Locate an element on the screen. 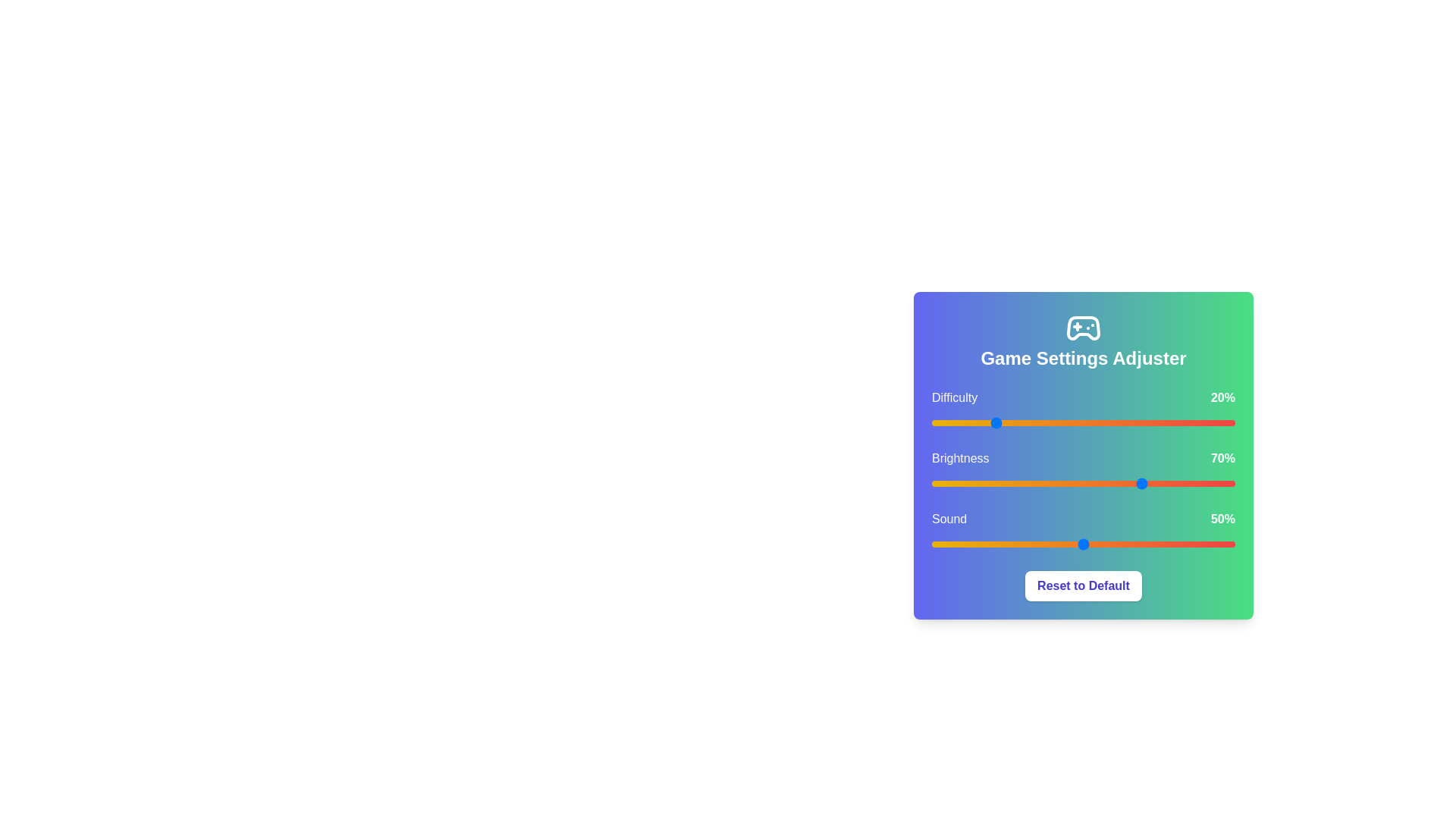 The image size is (1456, 819). the 'Reset to Default' button to reset all settings to their default values is located at coordinates (1083, 585).